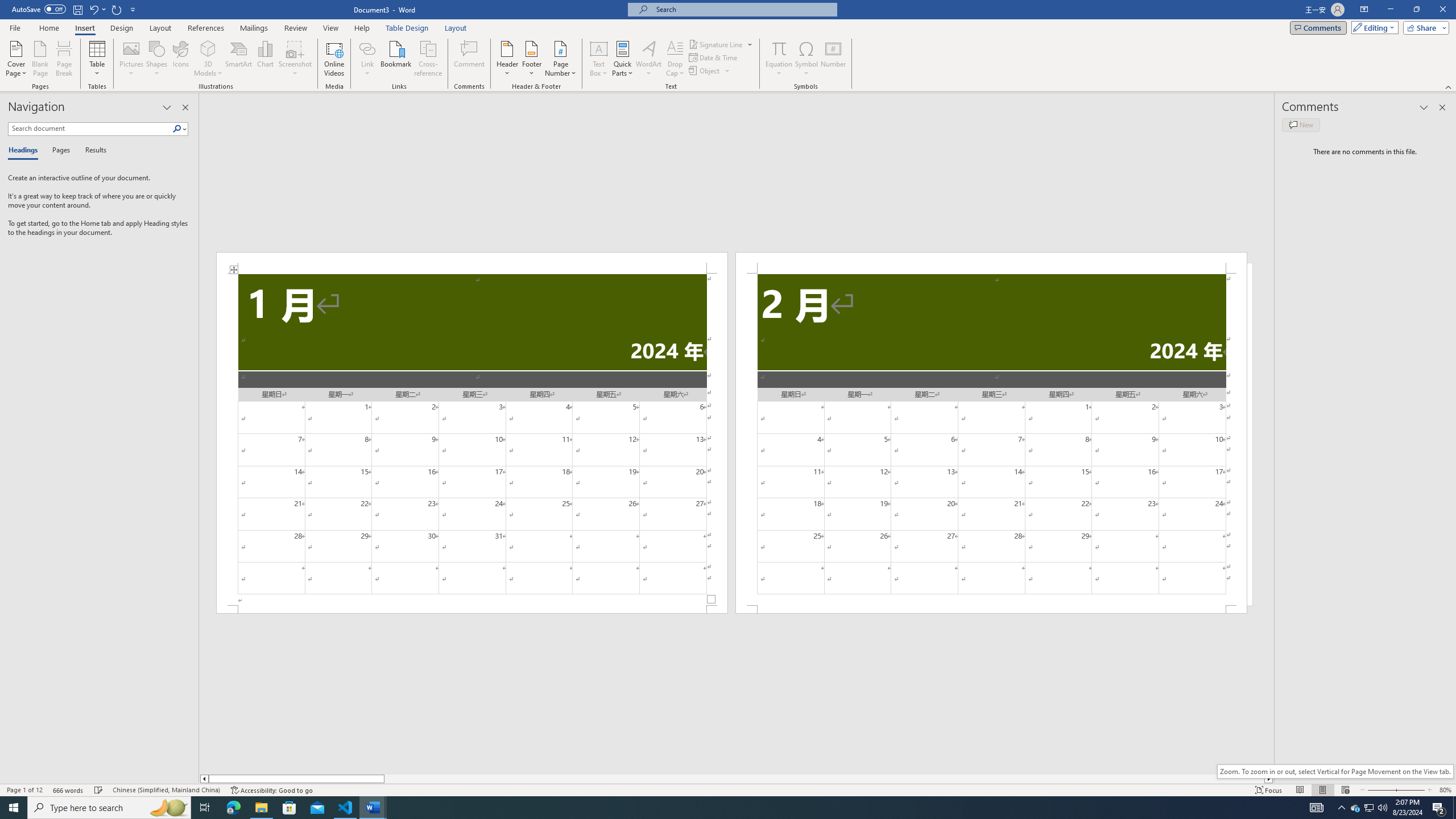  I want to click on 'Repeat Doc Close', so click(117, 9).